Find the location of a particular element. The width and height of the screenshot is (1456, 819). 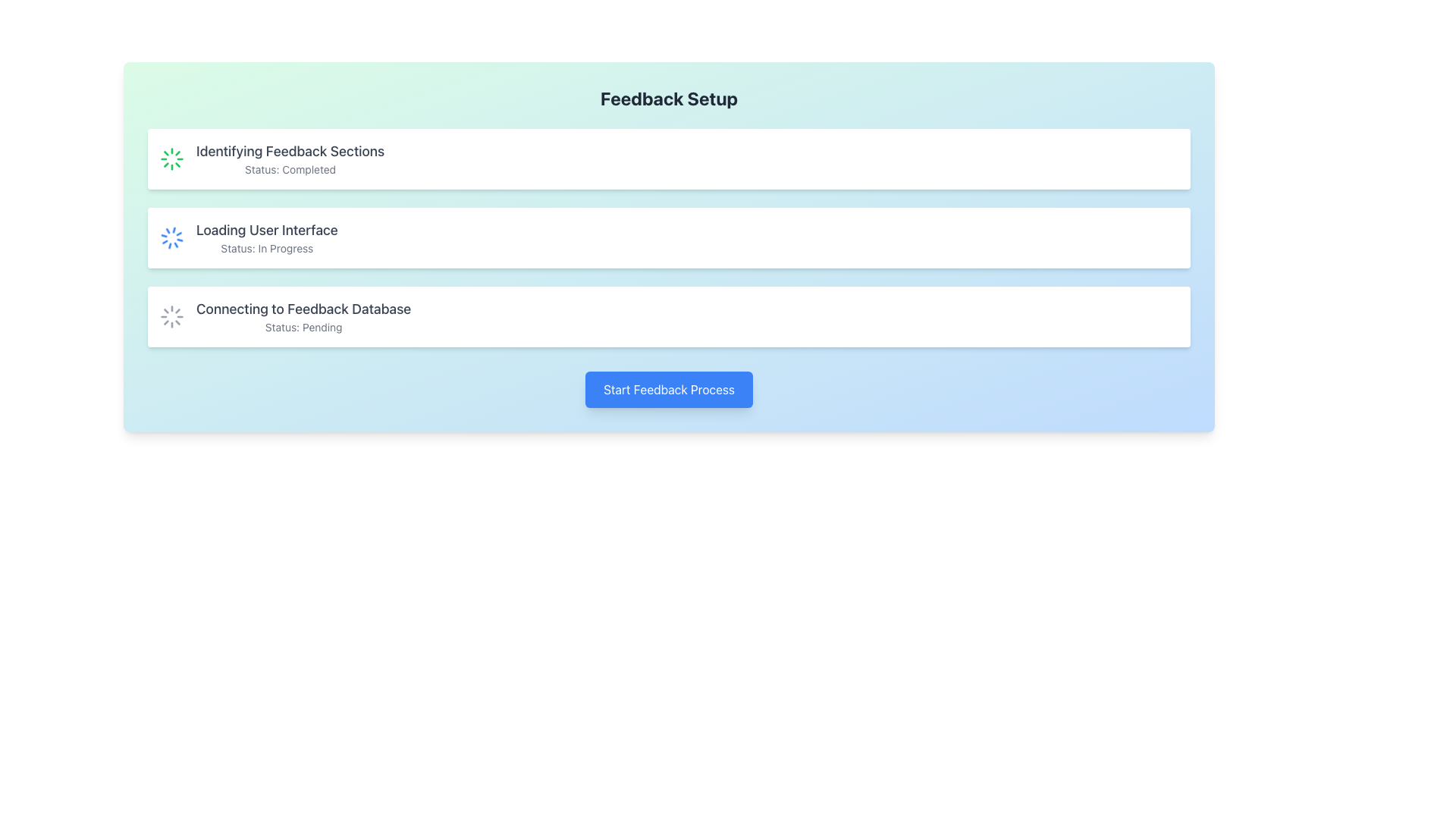

the text label displaying 'Status: Completed' located below the title 'Identifying Feedback Sections' in the topmost card of the list is located at coordinates (290, 169).